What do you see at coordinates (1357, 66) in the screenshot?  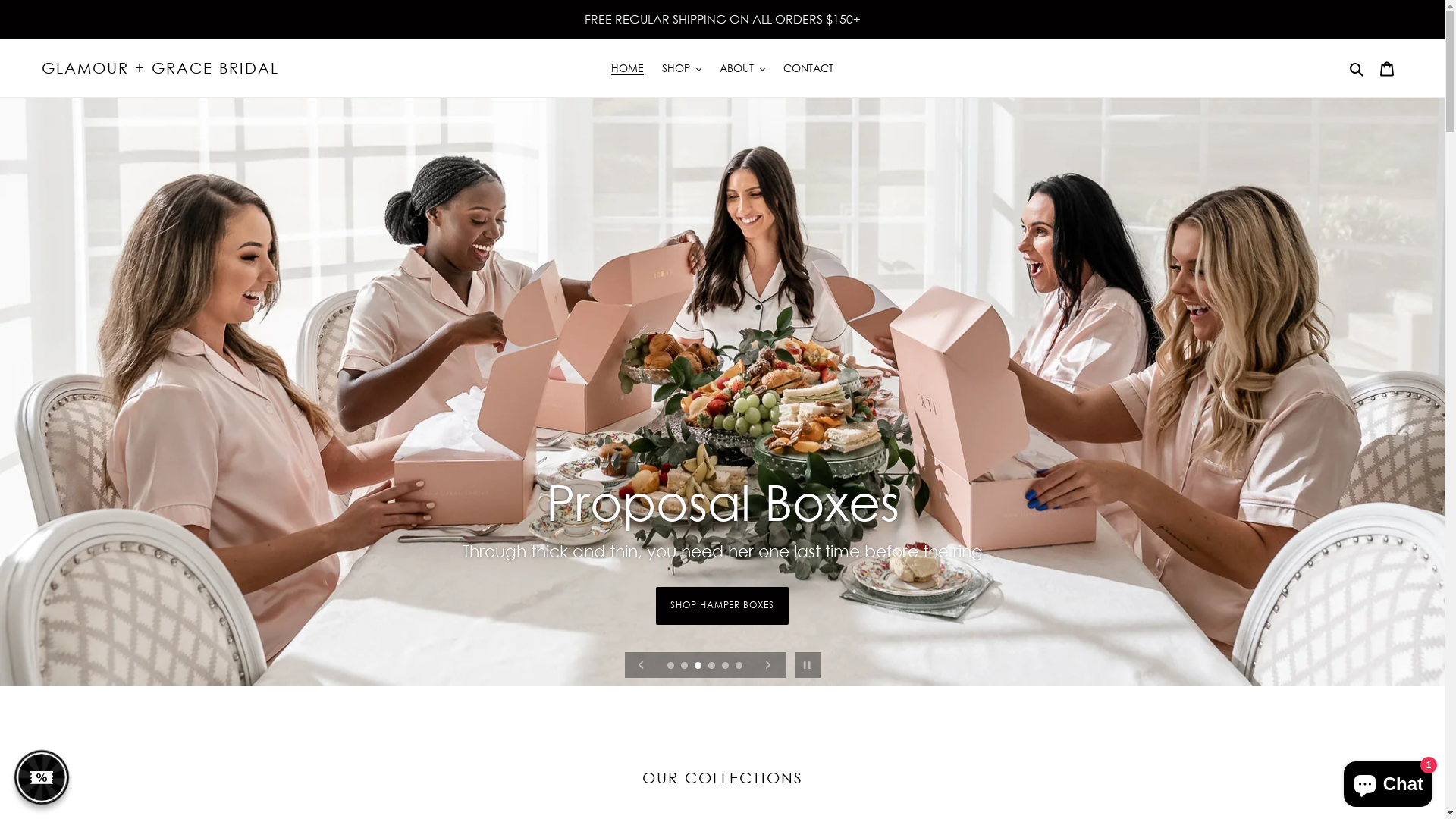 I see `'Search'` at bounding box center [1357, 66].